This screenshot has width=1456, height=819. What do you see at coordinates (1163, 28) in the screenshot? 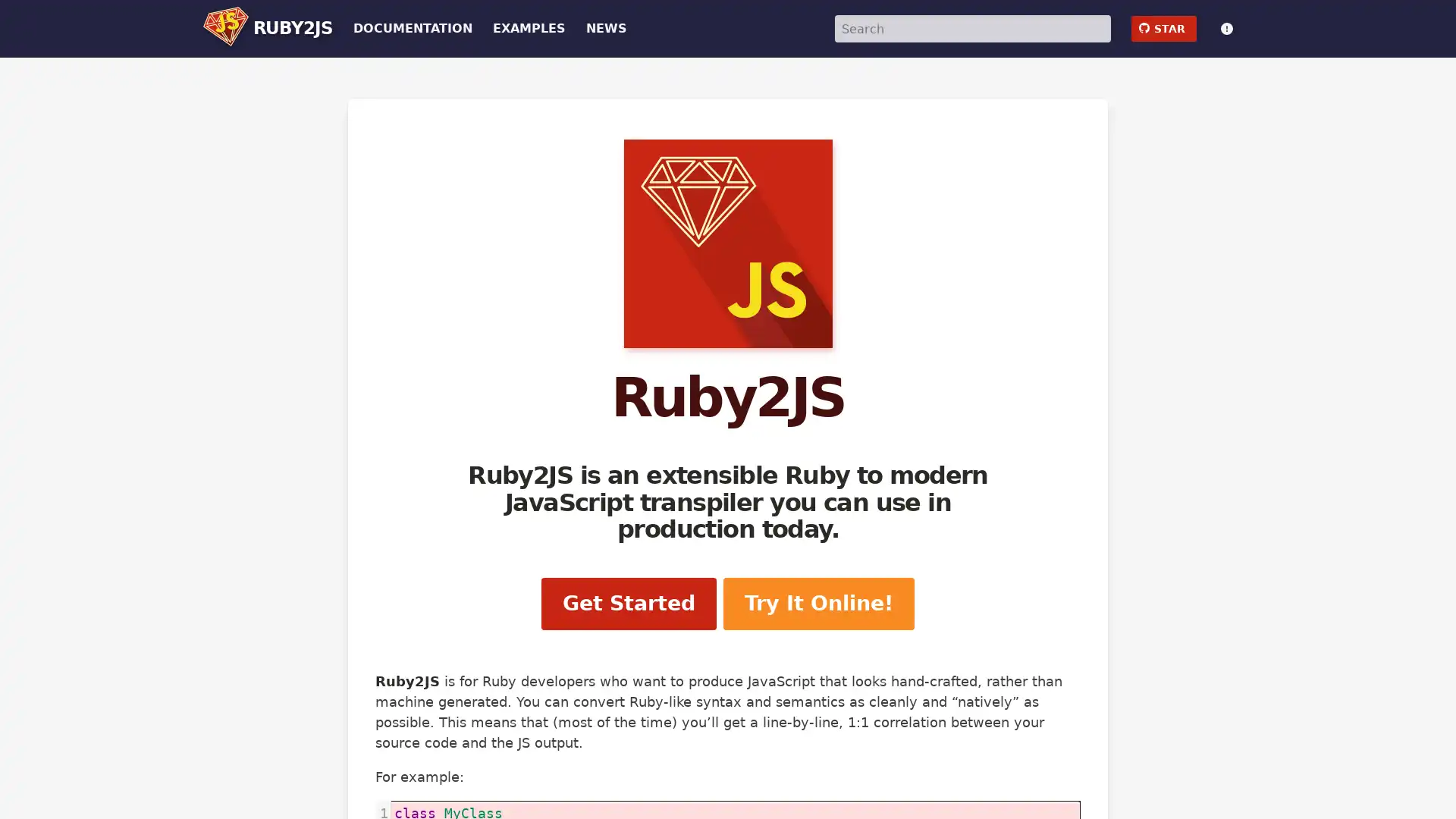
I see `github STAR` at bounding box center [1163, 28].